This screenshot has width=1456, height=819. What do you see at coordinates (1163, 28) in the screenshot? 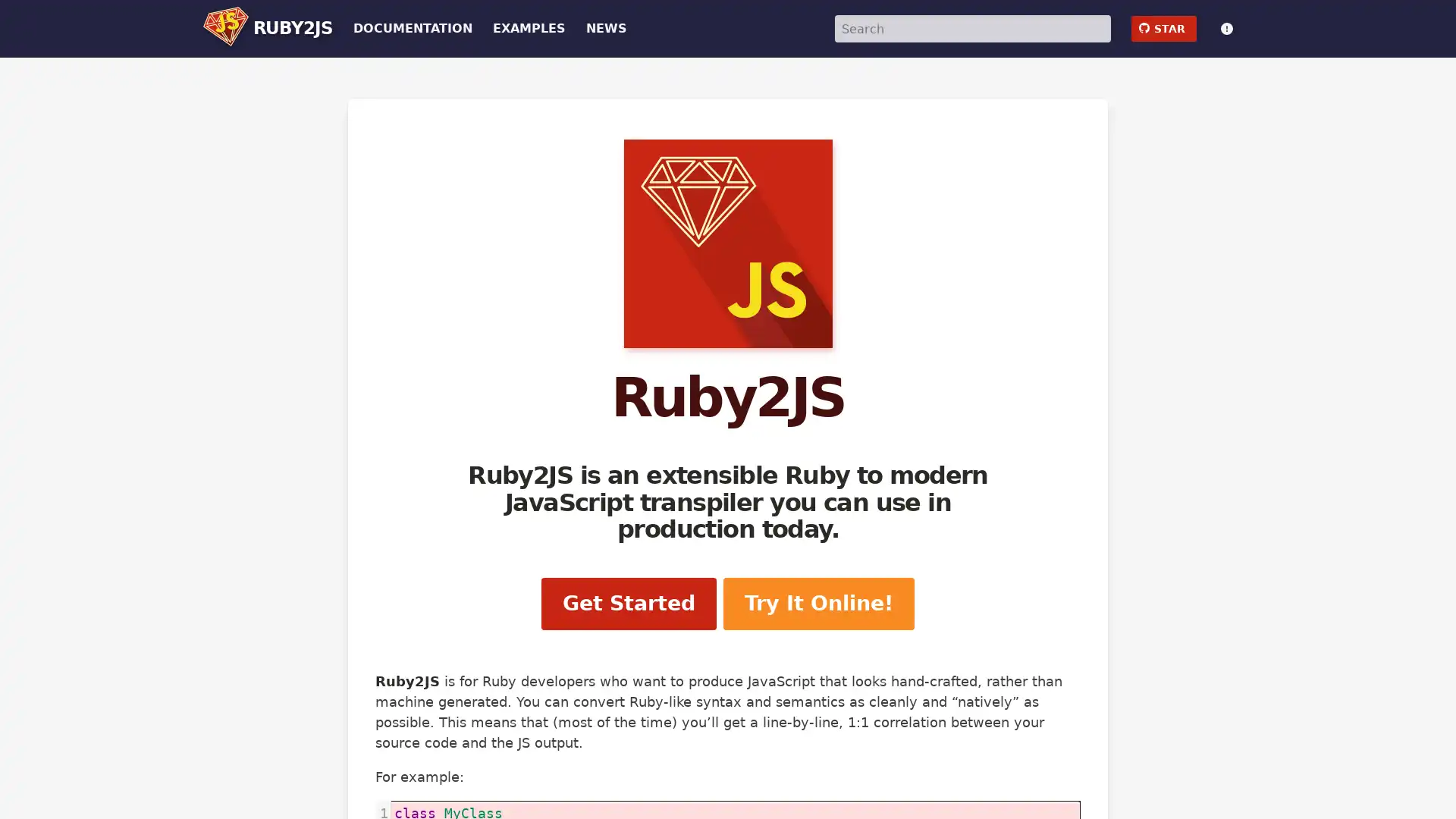
I see `github STAR` at bounding box center [1163, 28].